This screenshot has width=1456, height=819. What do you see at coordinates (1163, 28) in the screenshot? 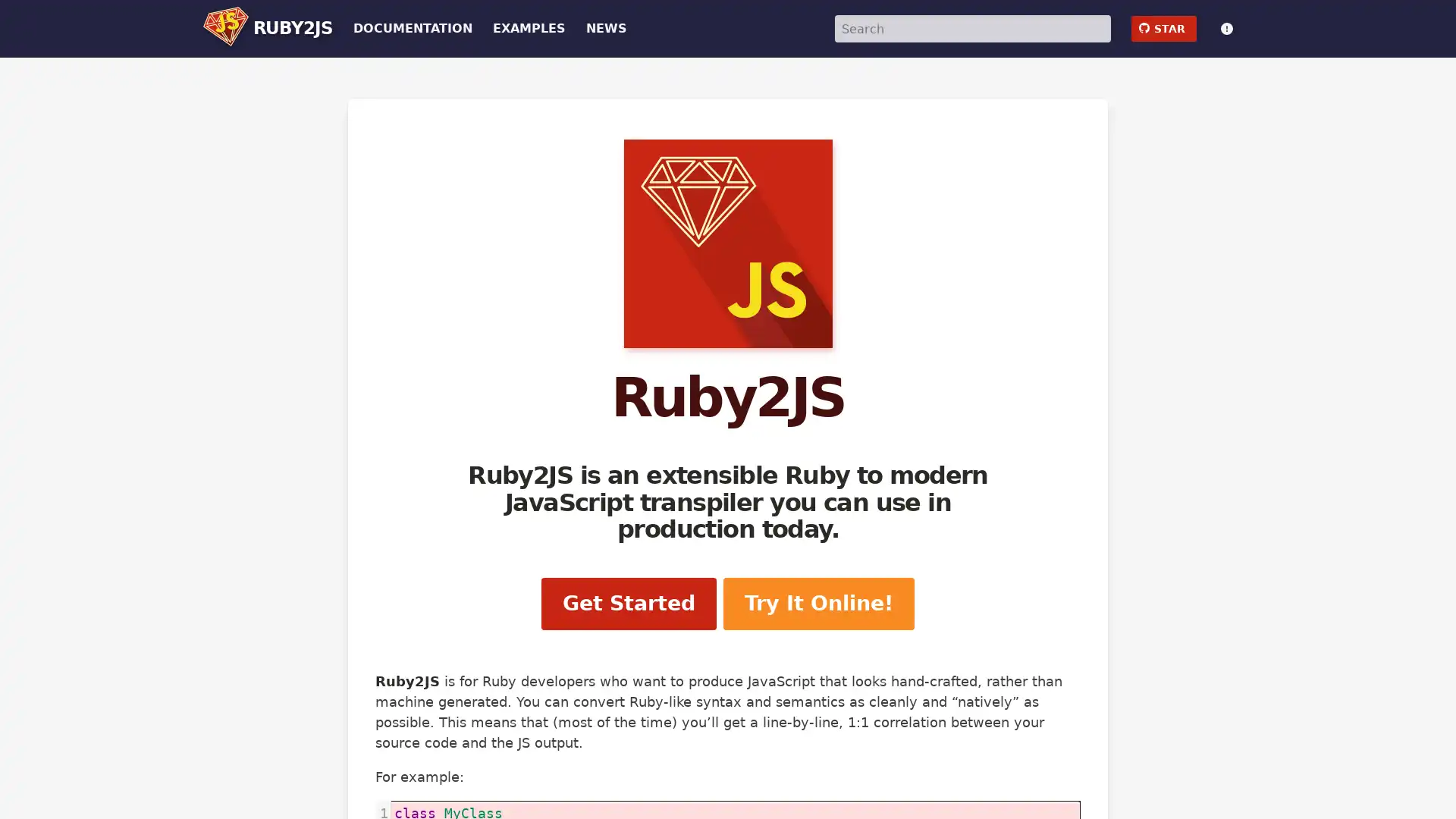
I see `github STAR` at bounding box center [1163, 28].